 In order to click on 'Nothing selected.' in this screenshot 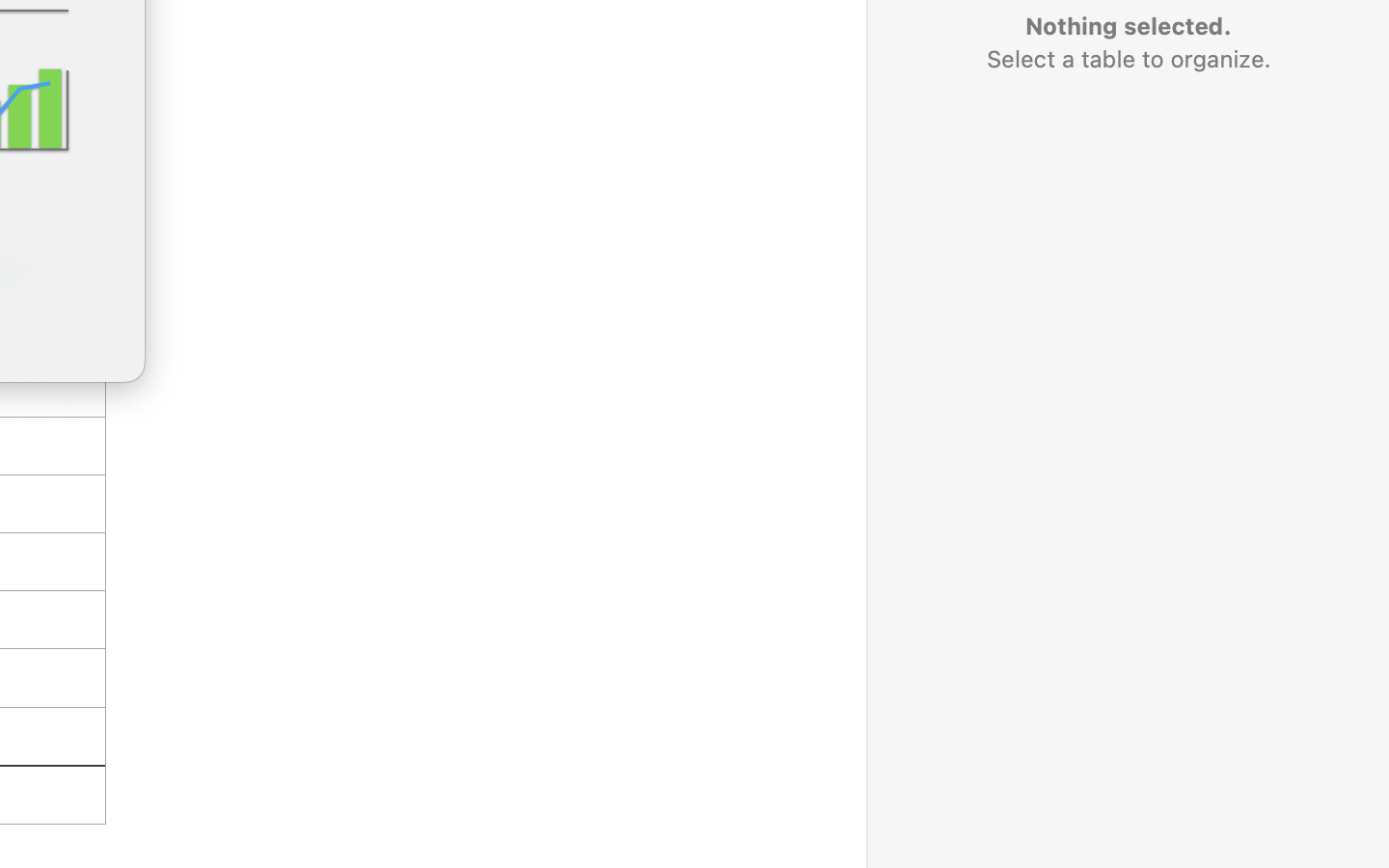, I will do `click(1127, 25)`.